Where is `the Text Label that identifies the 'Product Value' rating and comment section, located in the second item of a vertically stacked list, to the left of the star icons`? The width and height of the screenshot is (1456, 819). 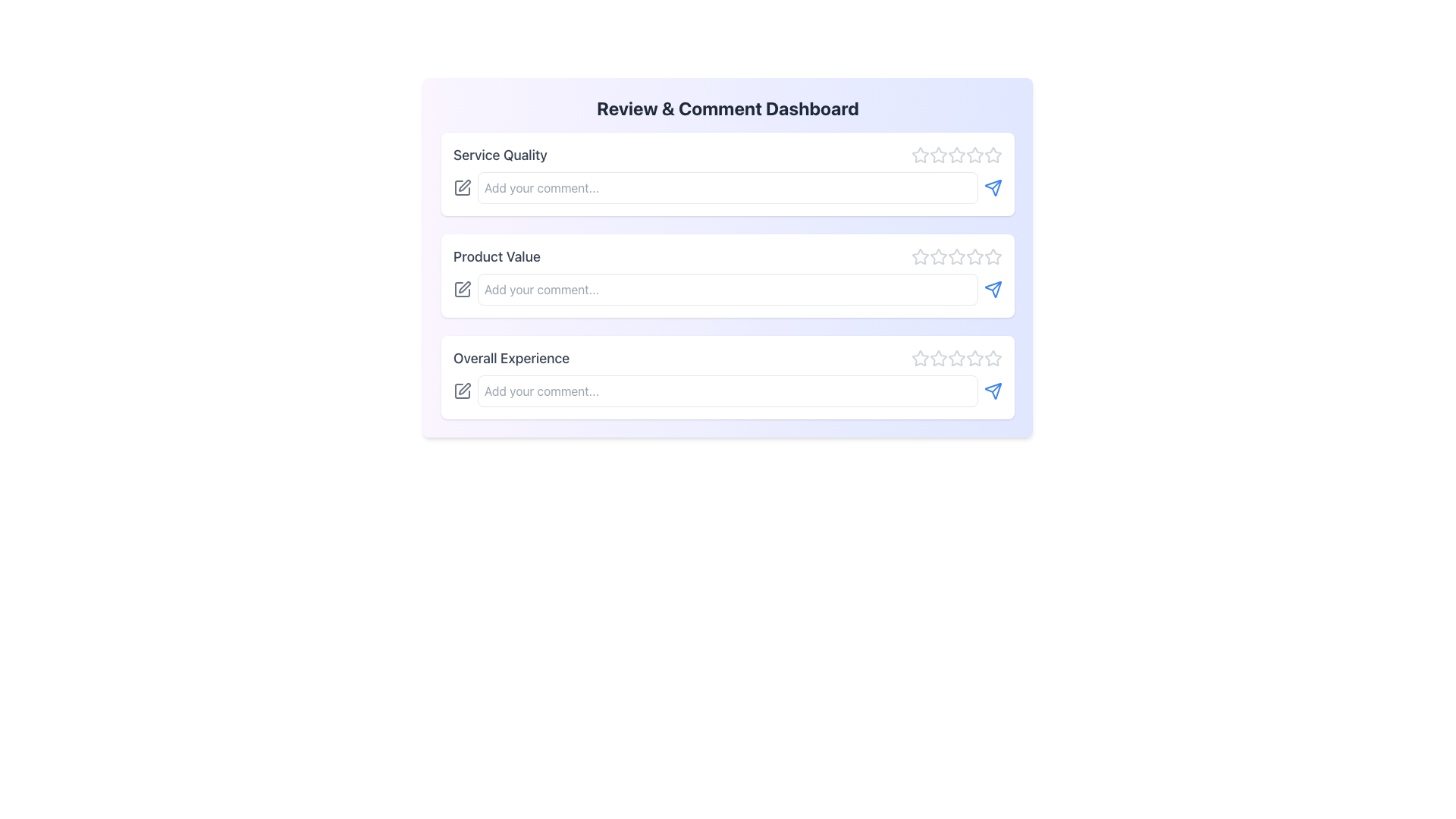 the Text Label that identifies the 'Product Value' rating and comment section, located in the second item of a vertically stacked list, to the left of the star icons is located at coordinates (497, 256).